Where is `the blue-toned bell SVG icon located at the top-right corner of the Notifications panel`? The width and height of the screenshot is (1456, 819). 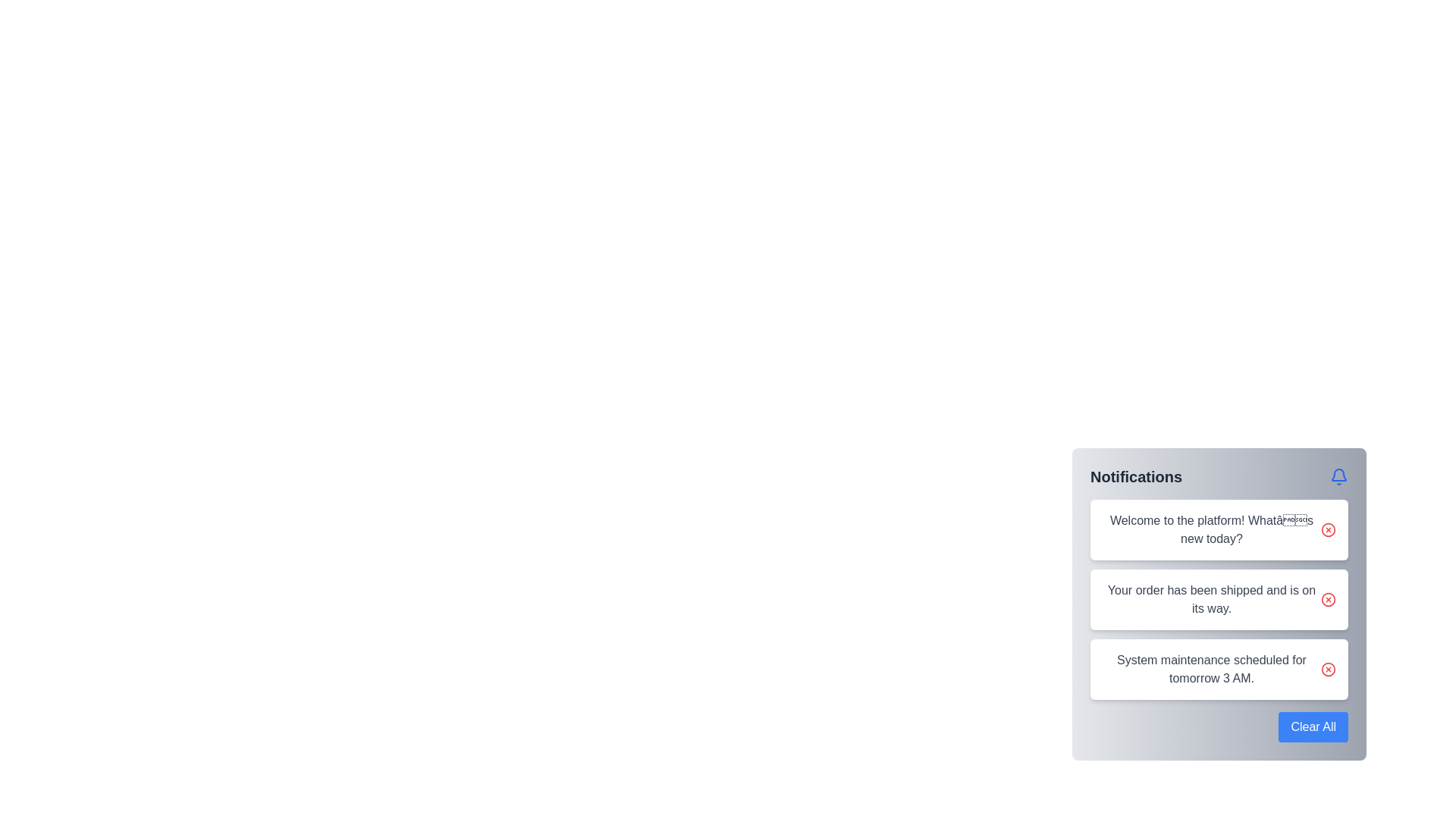
the blue-toned bell SVG icon located at the top-right corner of the Notifications panel is located at coordinates (1339, 475).